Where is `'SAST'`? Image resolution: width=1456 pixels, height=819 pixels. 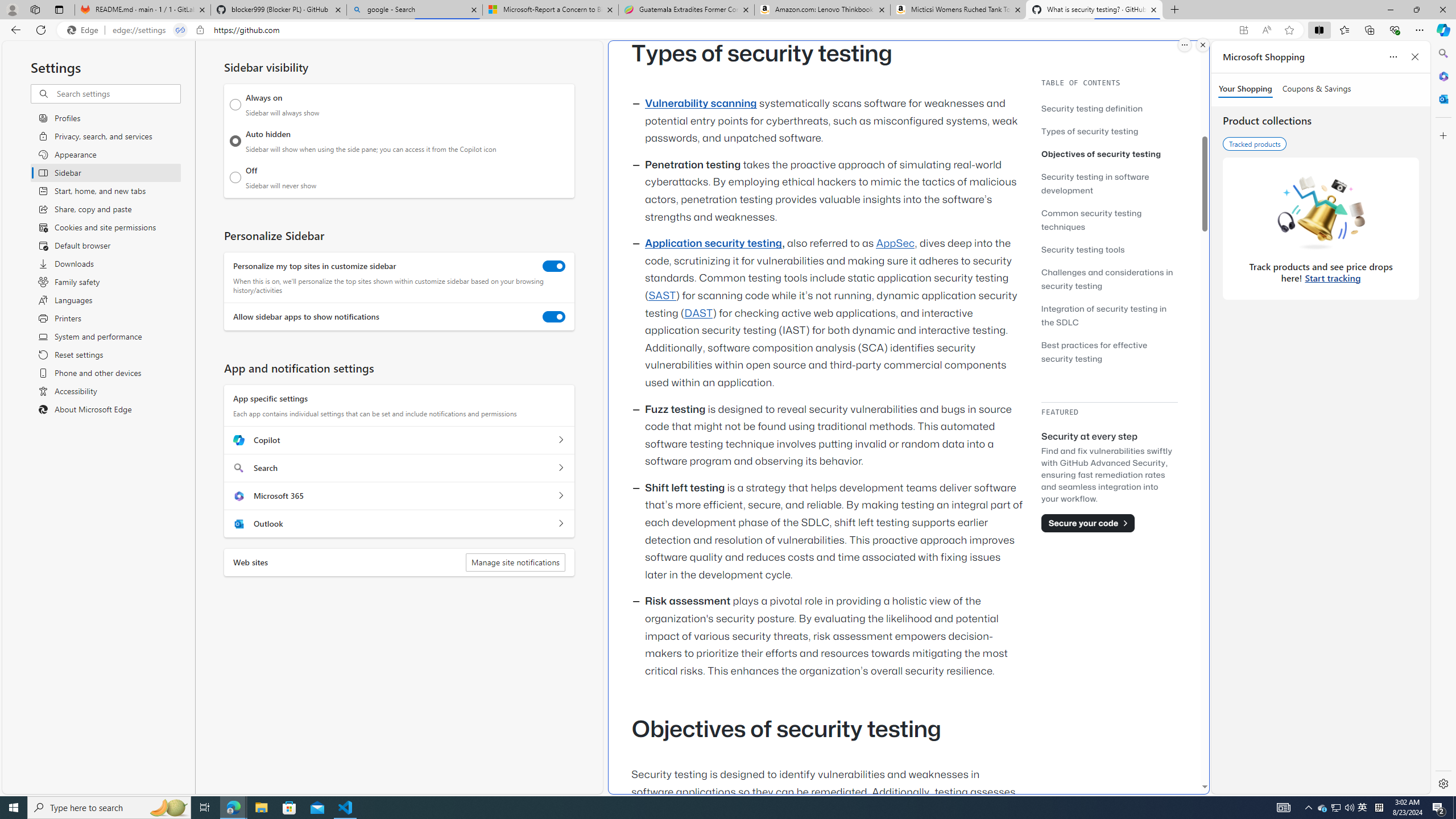 'SAST' is located at coordinates (661, 295).